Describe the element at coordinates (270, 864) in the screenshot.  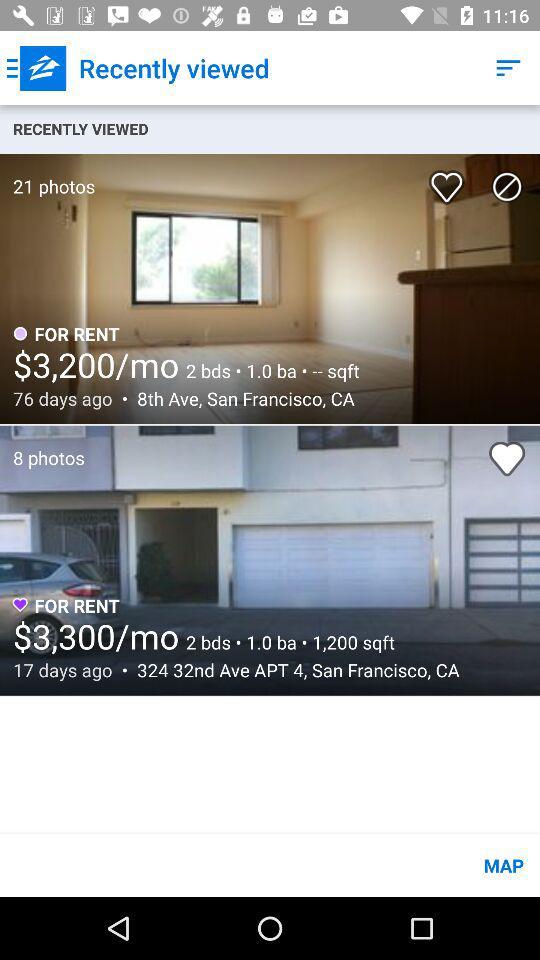
I see `the map` at that location.